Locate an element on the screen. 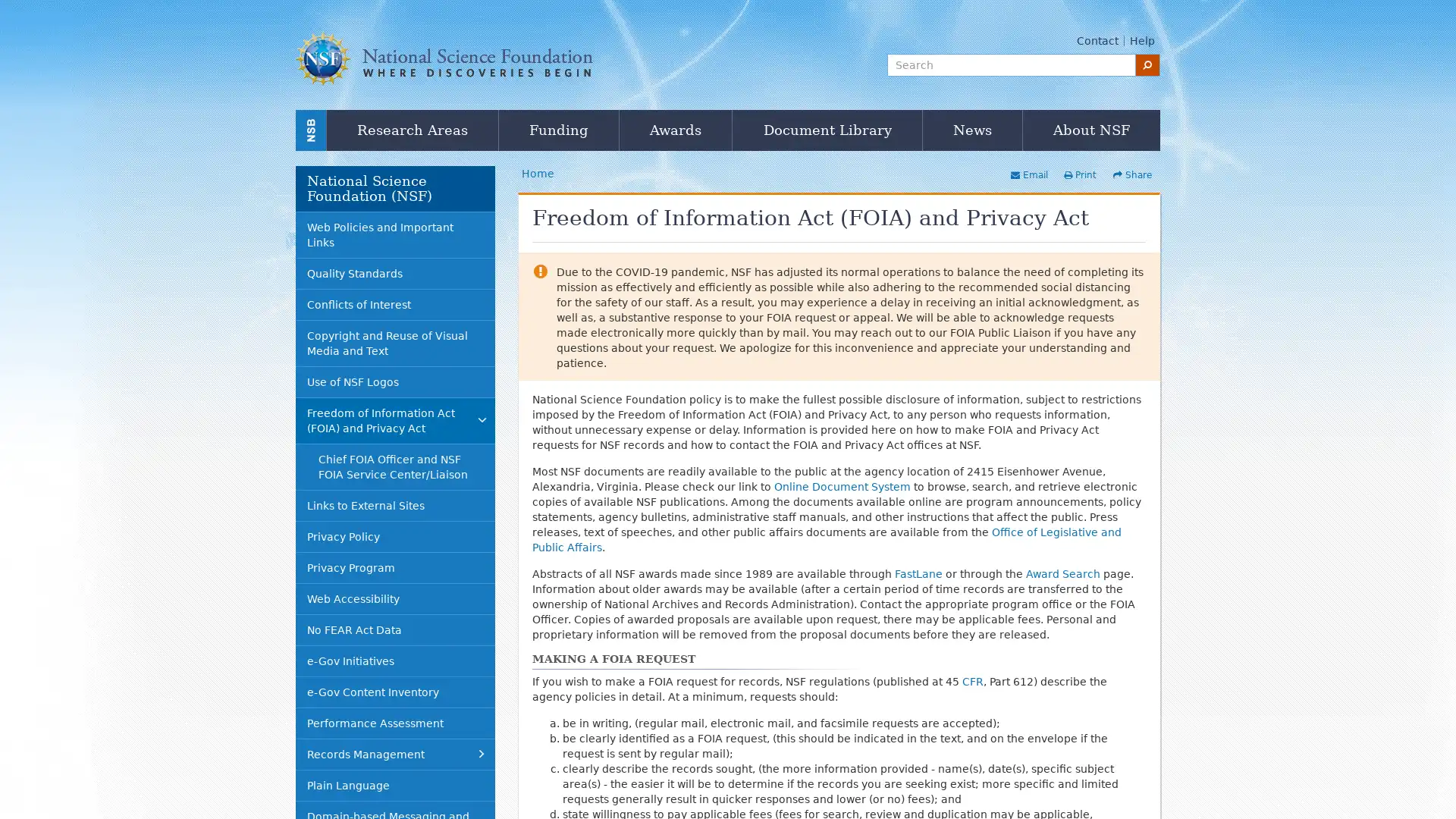  Share this page is located at coordinates (1131, 174).